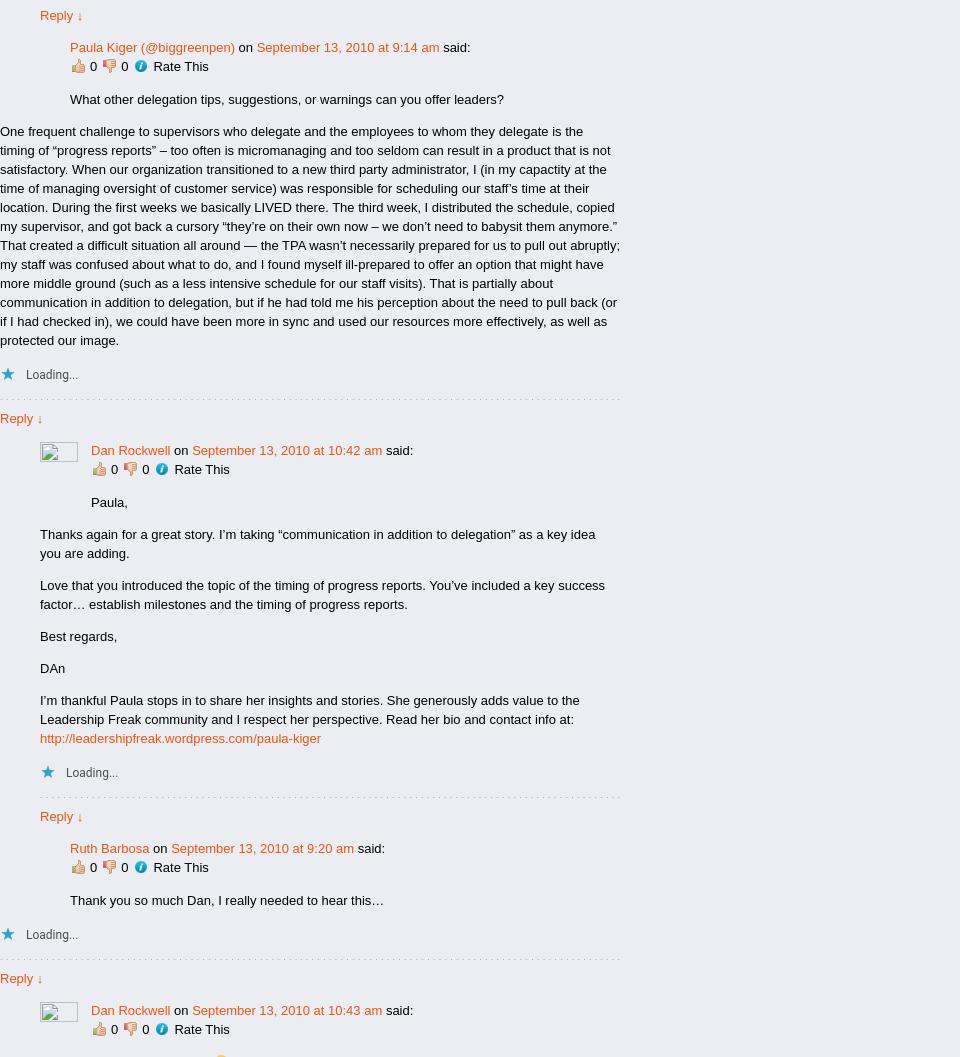 The width and height of the screenshot is (960, 1057). I want to click on 'DAn', so click(51, 668).